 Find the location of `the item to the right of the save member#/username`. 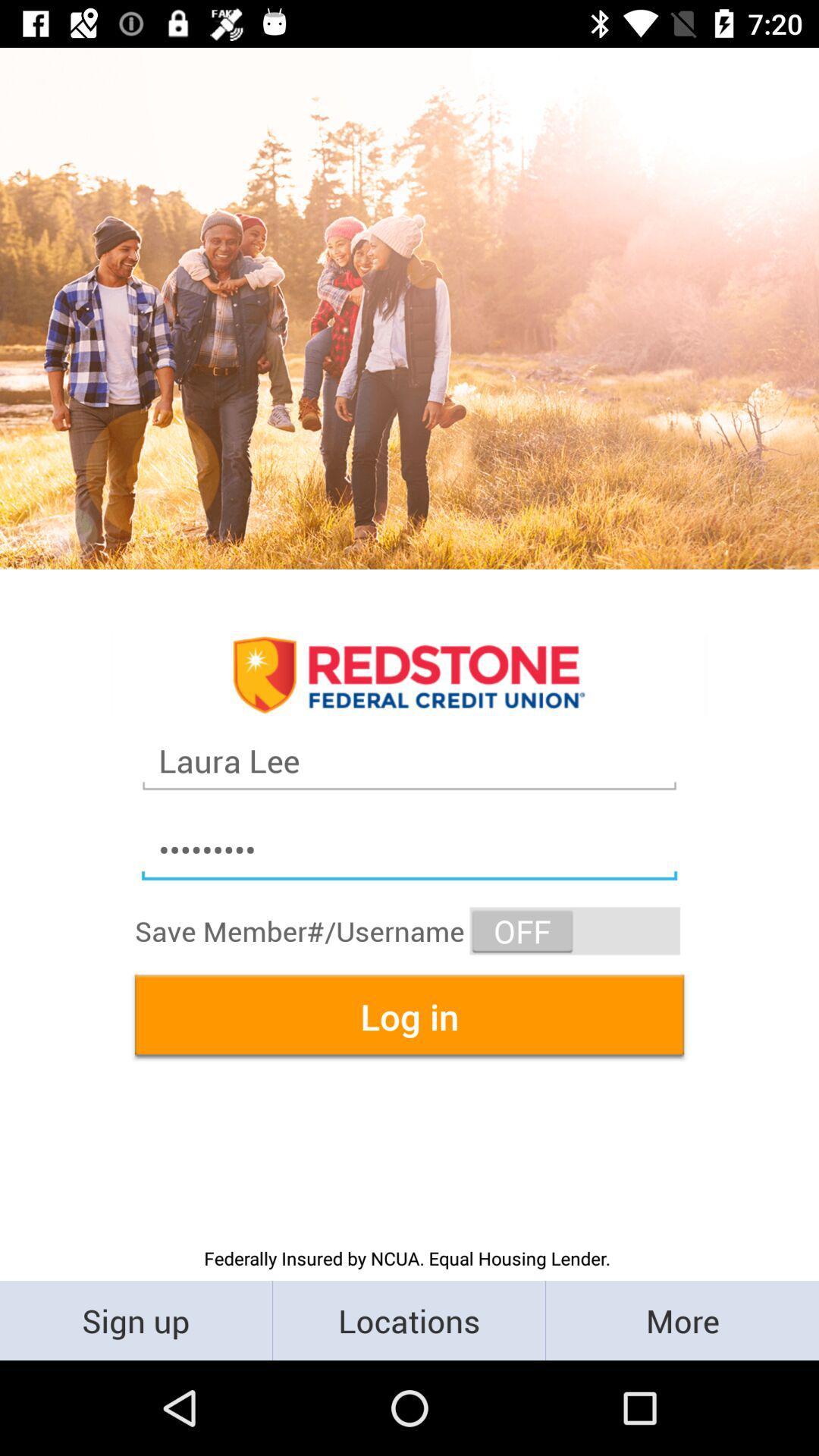

the item to the right of the save member#/username is located at coordinates (575, 930).